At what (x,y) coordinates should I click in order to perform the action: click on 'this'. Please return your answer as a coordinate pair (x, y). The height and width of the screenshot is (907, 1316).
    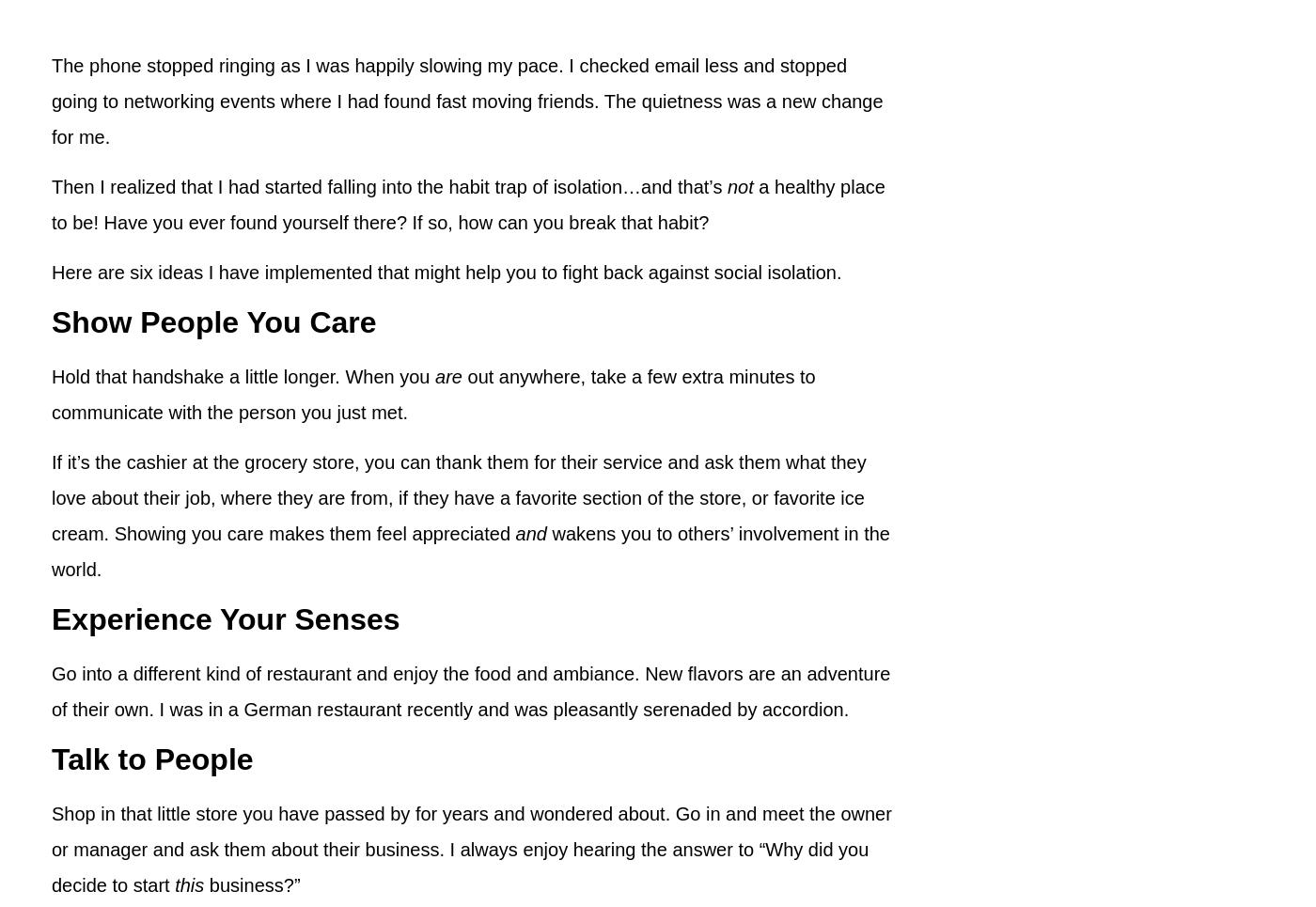
    Looking at the image, I should click on (175, 884).